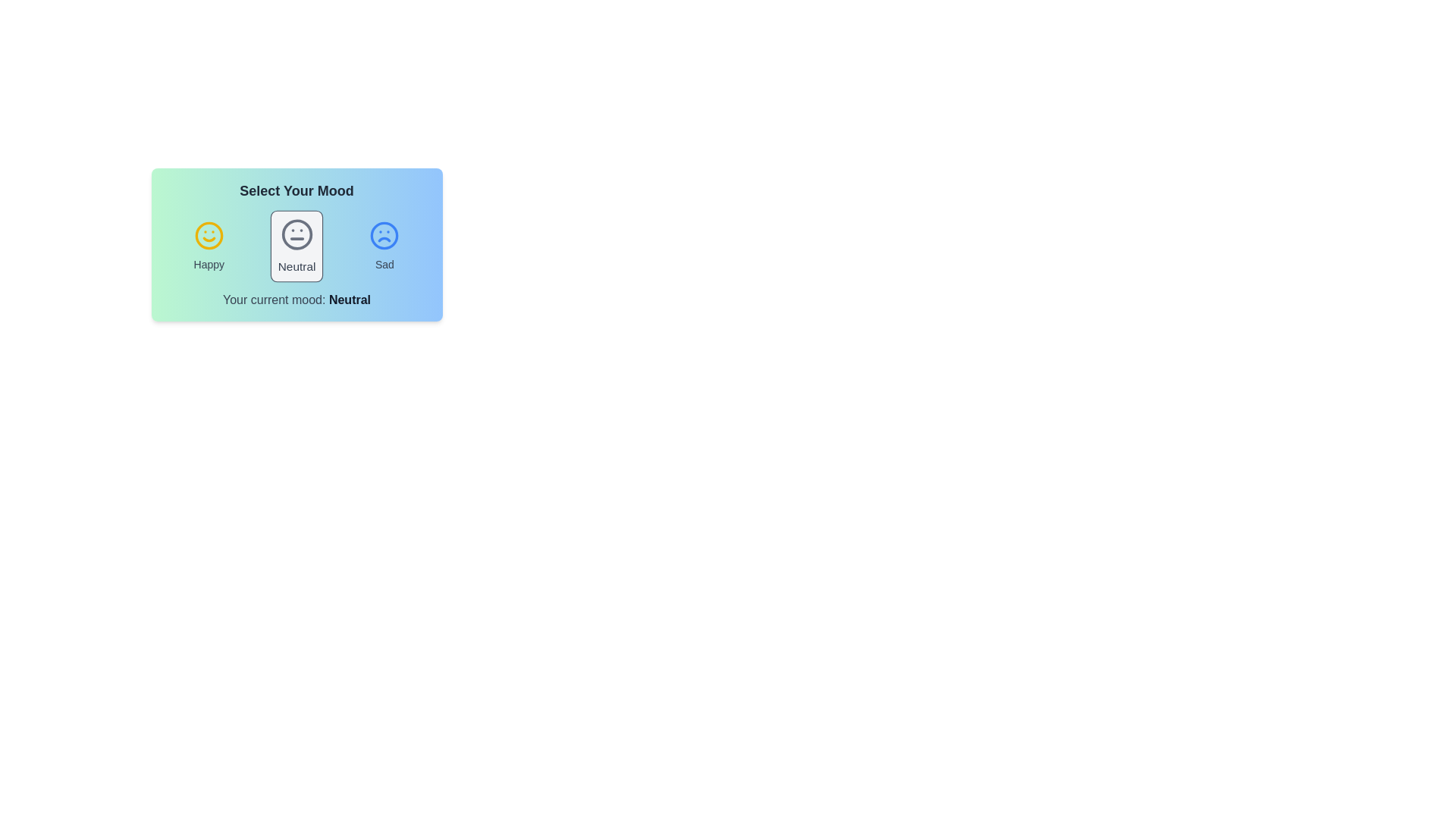 The height and width of the screenshot is (819, 1456). Describe the element at coordinates (208, 263) in the screenshot. I see `the text 'Happy' in the component` at that location.